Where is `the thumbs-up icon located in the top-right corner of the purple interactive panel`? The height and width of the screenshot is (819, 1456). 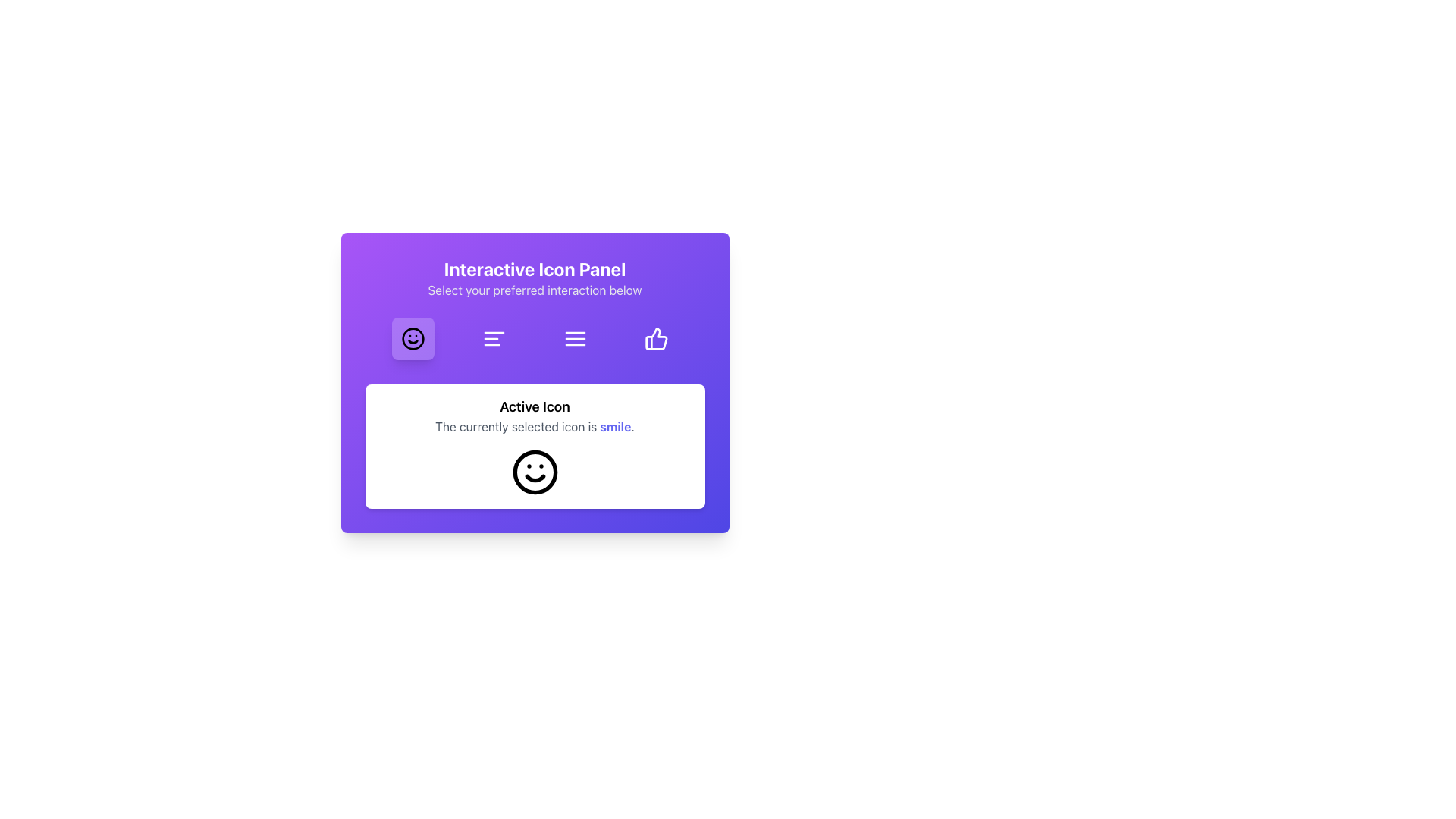
the thumbs-up icon located in the top-right corner of the purple interactive panel is located at coordinates (656, 338).